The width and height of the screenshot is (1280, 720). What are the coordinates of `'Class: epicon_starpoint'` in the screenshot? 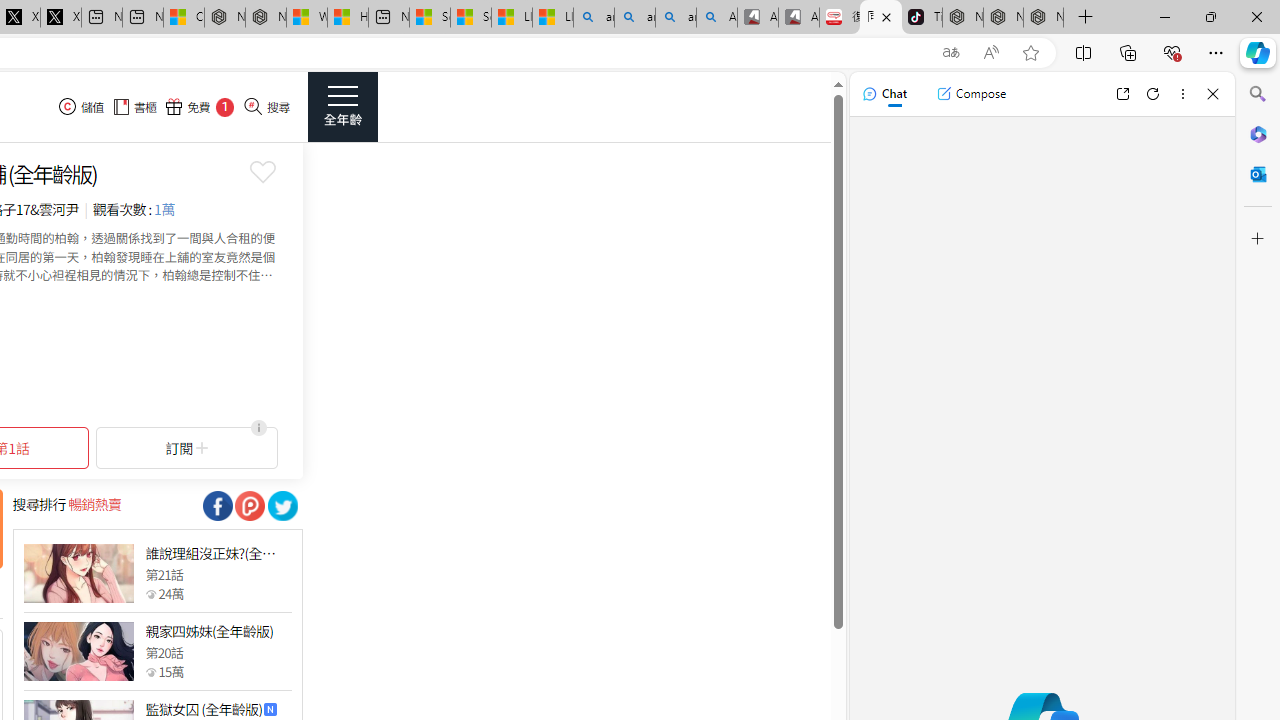 It's located at (150, 671).